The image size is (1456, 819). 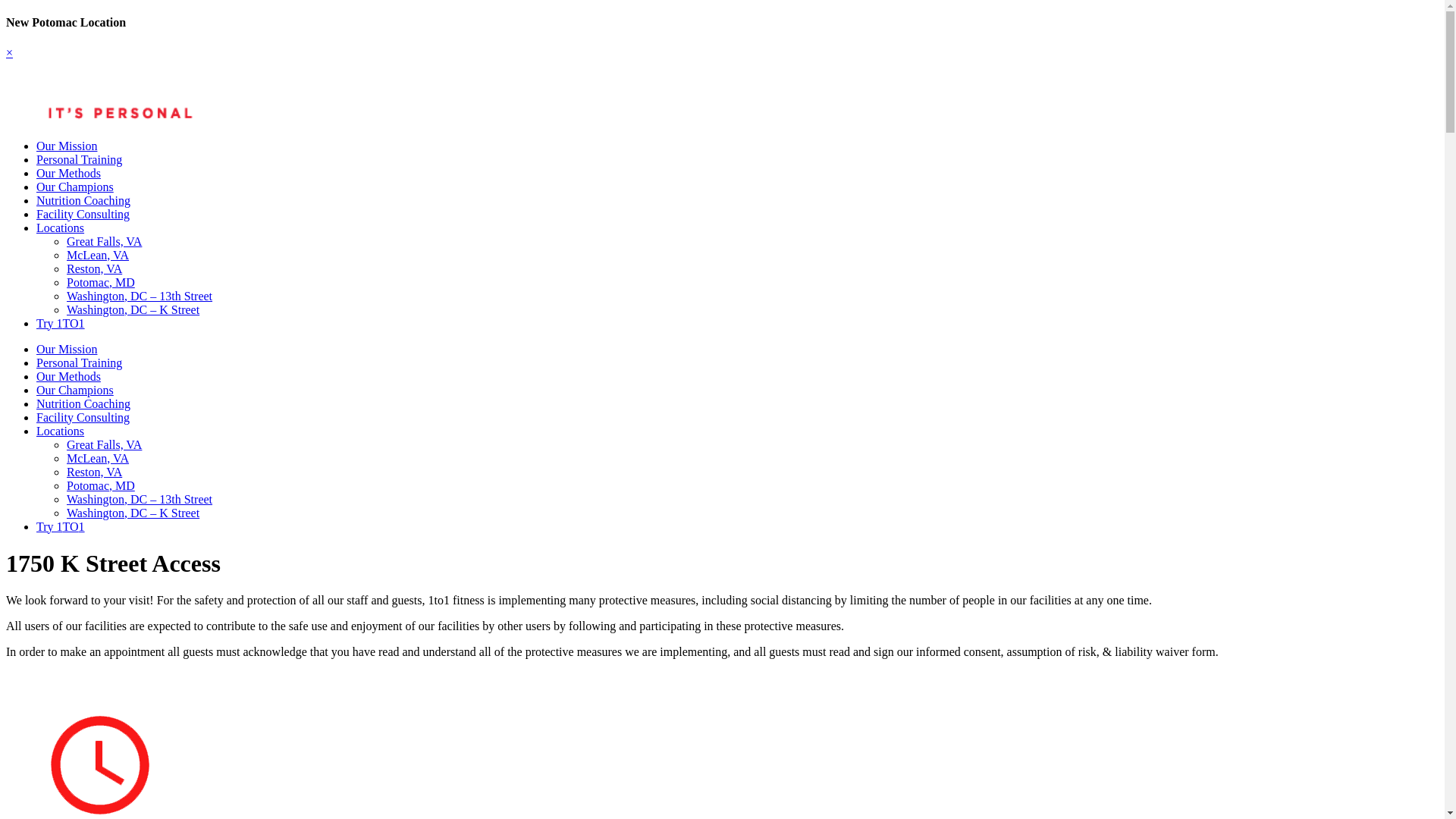 I want to click on 'Try 1TO1', so click(x=61, y=526).